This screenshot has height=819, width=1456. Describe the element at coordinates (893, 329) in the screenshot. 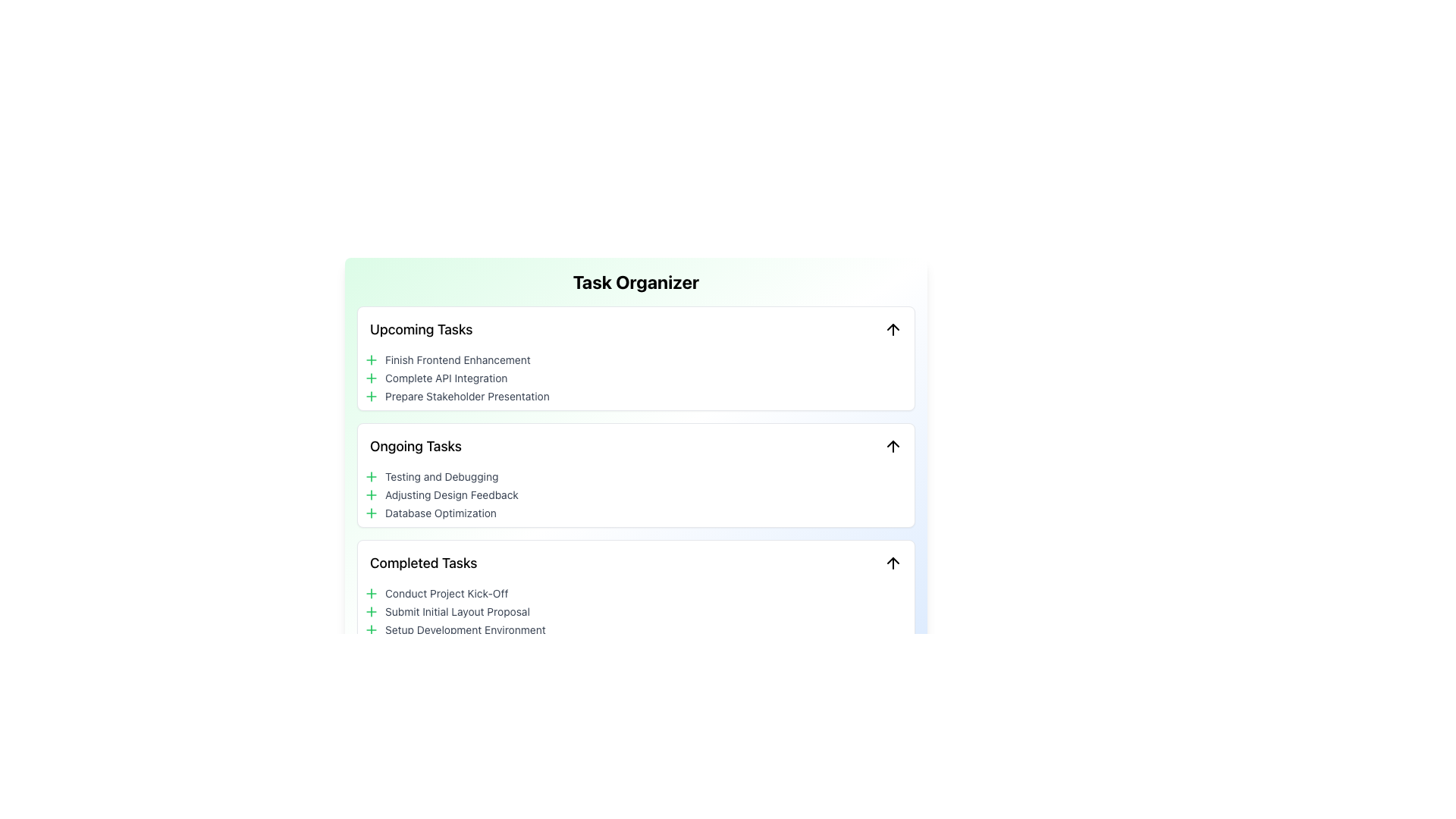

I see `the upward-pointing arrow icon located at the top-right corner of the 'Upcoming Tasks' section header` at that location.